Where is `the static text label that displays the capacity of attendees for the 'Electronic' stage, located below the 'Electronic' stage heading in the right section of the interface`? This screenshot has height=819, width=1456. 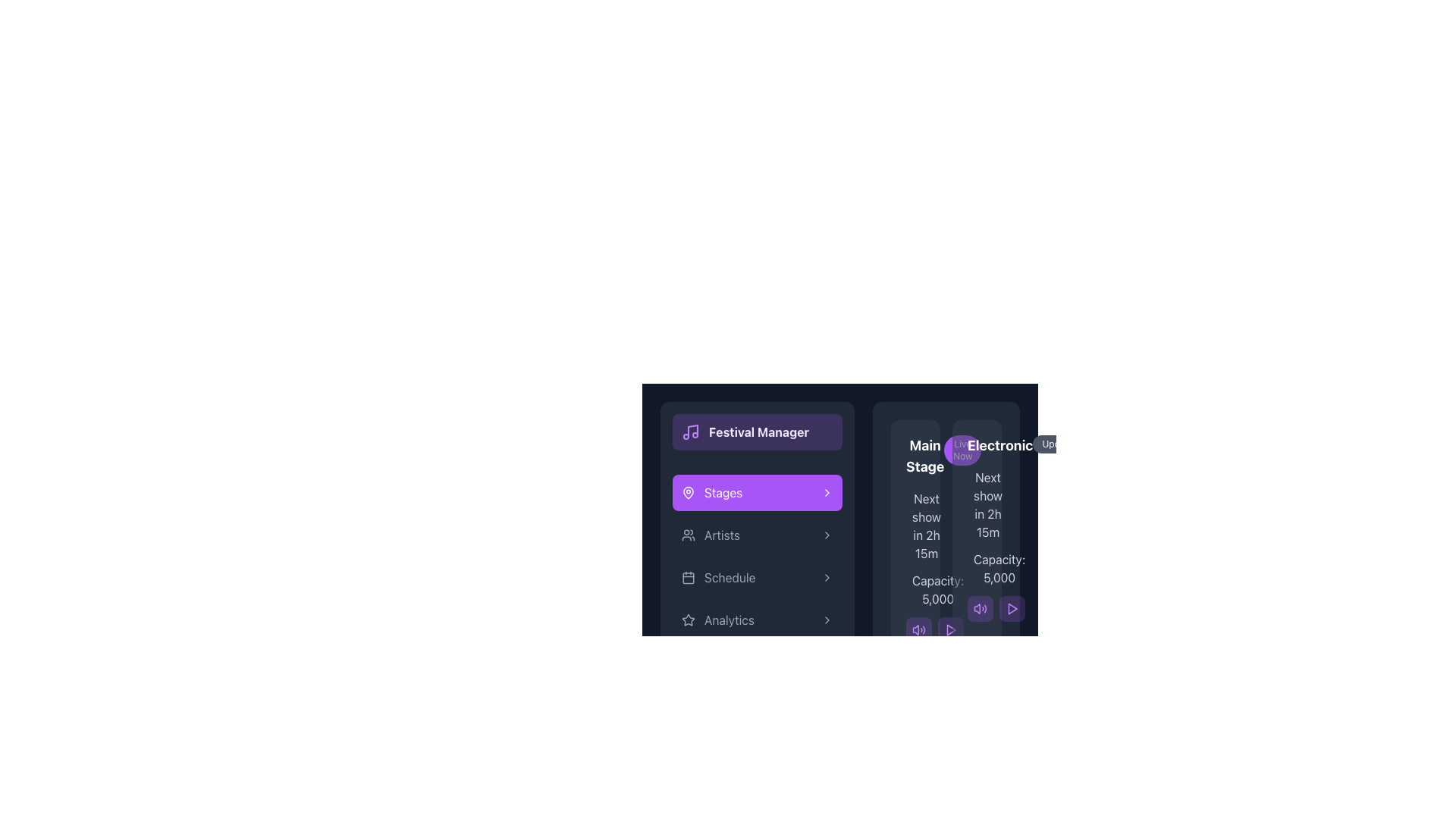
the static text label that displays the capacity of attendees for the 'Electronic' stage, located below the 'Electronic' stage heading in the right section of the interface is located at coordinates (999, 568).